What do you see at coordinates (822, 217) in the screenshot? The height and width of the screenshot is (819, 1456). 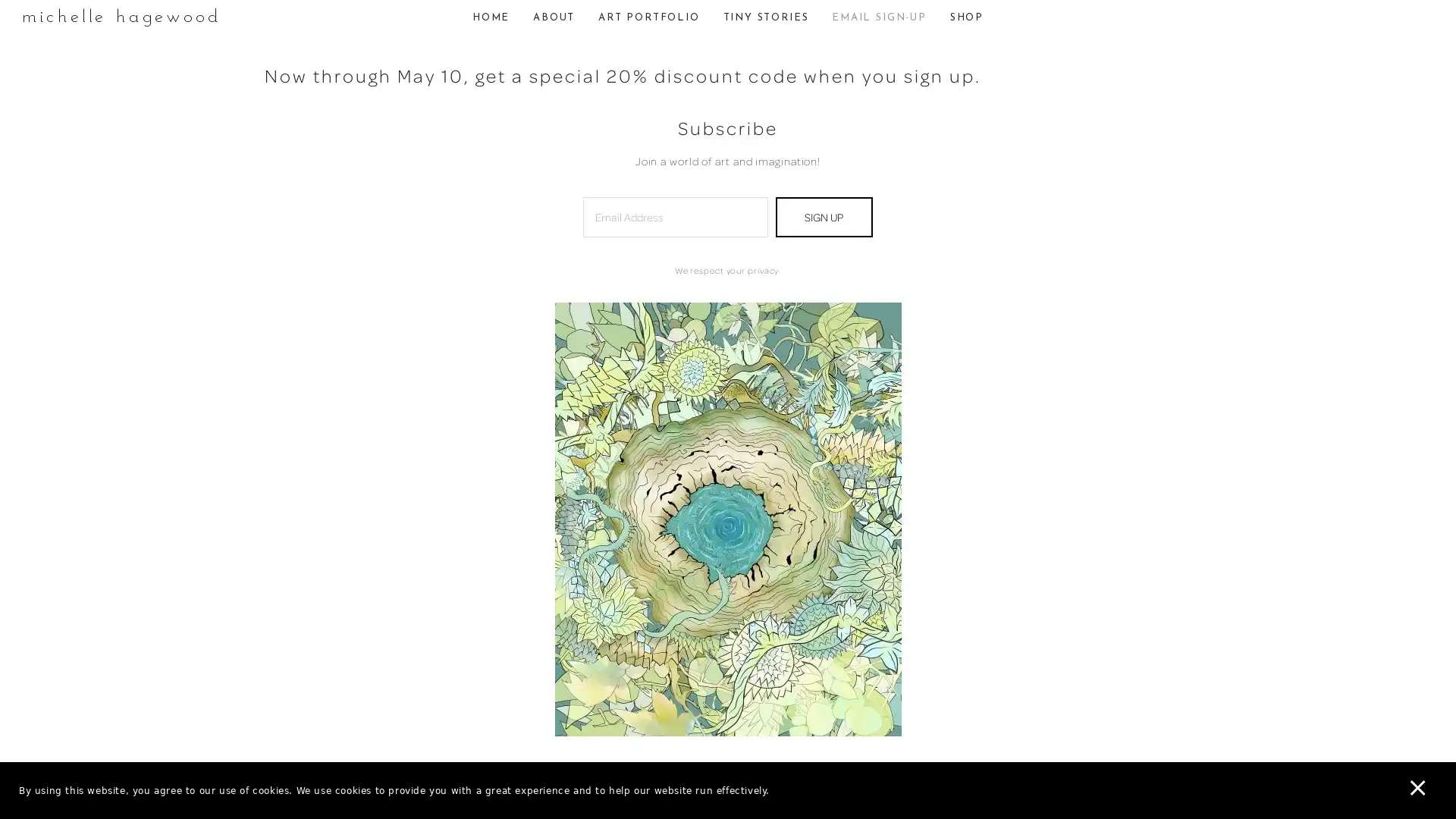 I see `SIGN UP` at bounding box center [822, 217].